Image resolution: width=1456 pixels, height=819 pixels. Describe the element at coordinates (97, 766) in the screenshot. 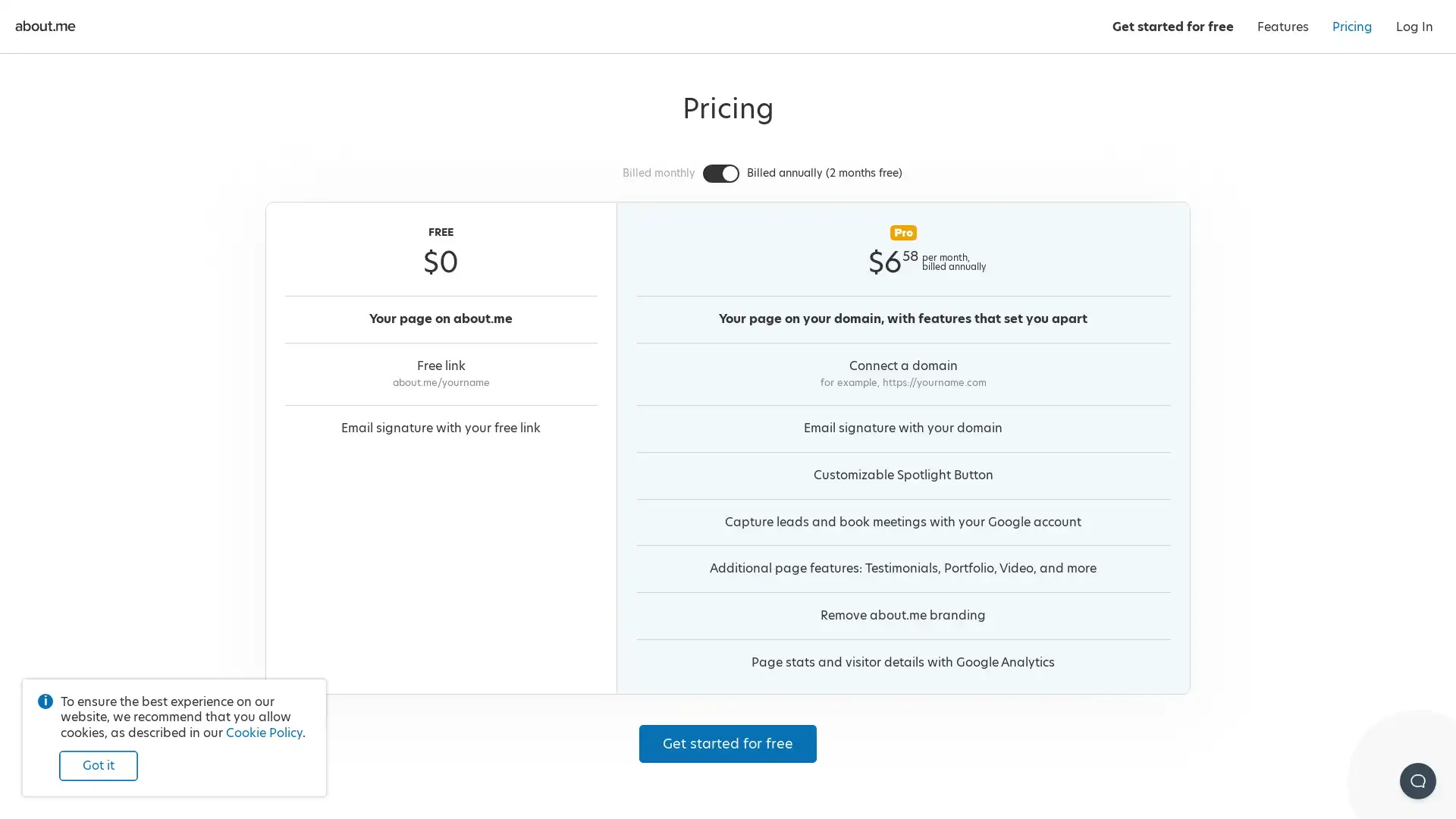

I see `Got it` at that location.